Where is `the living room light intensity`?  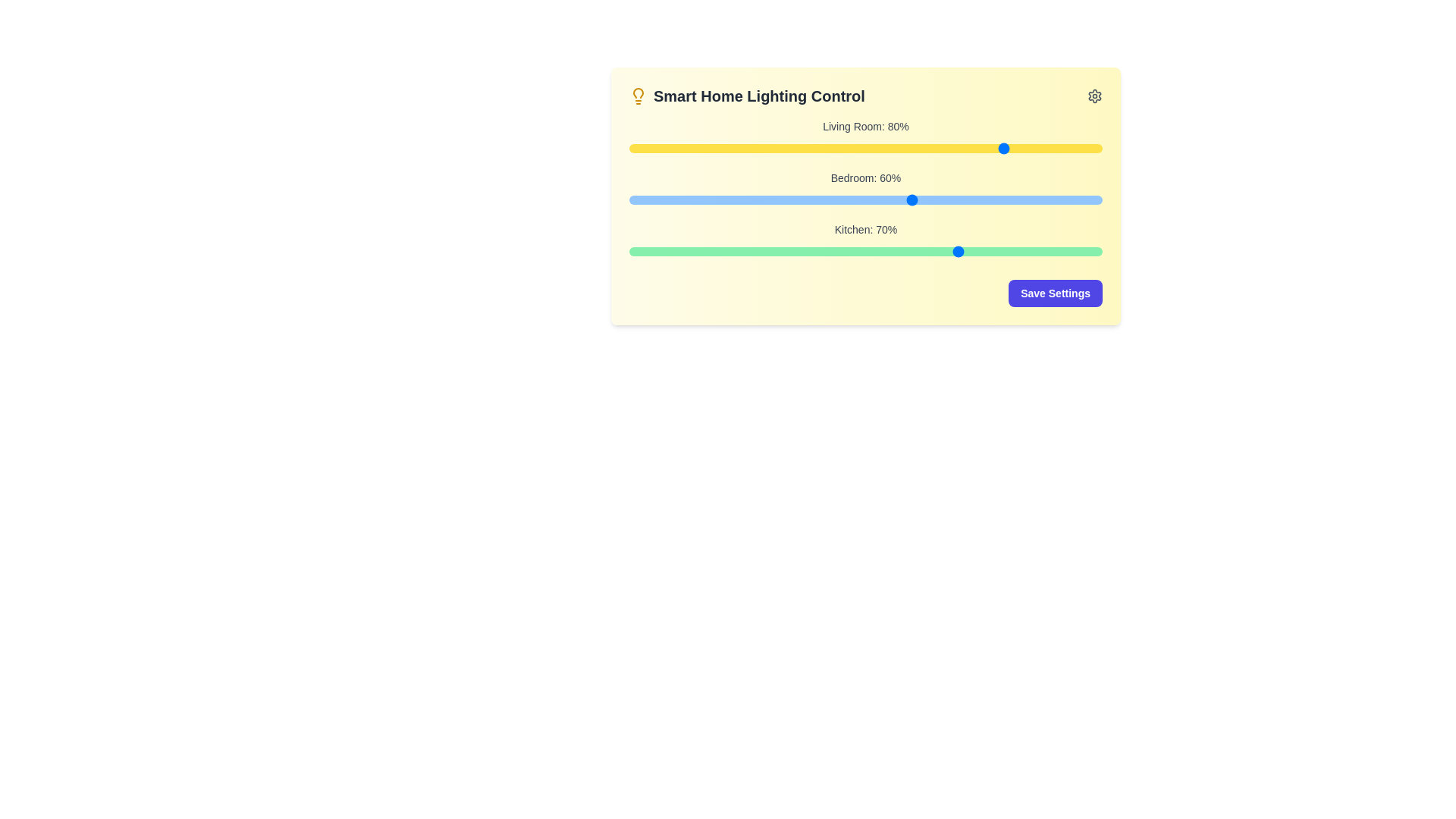 the living room light intensity is located at coordinates (728, 149).